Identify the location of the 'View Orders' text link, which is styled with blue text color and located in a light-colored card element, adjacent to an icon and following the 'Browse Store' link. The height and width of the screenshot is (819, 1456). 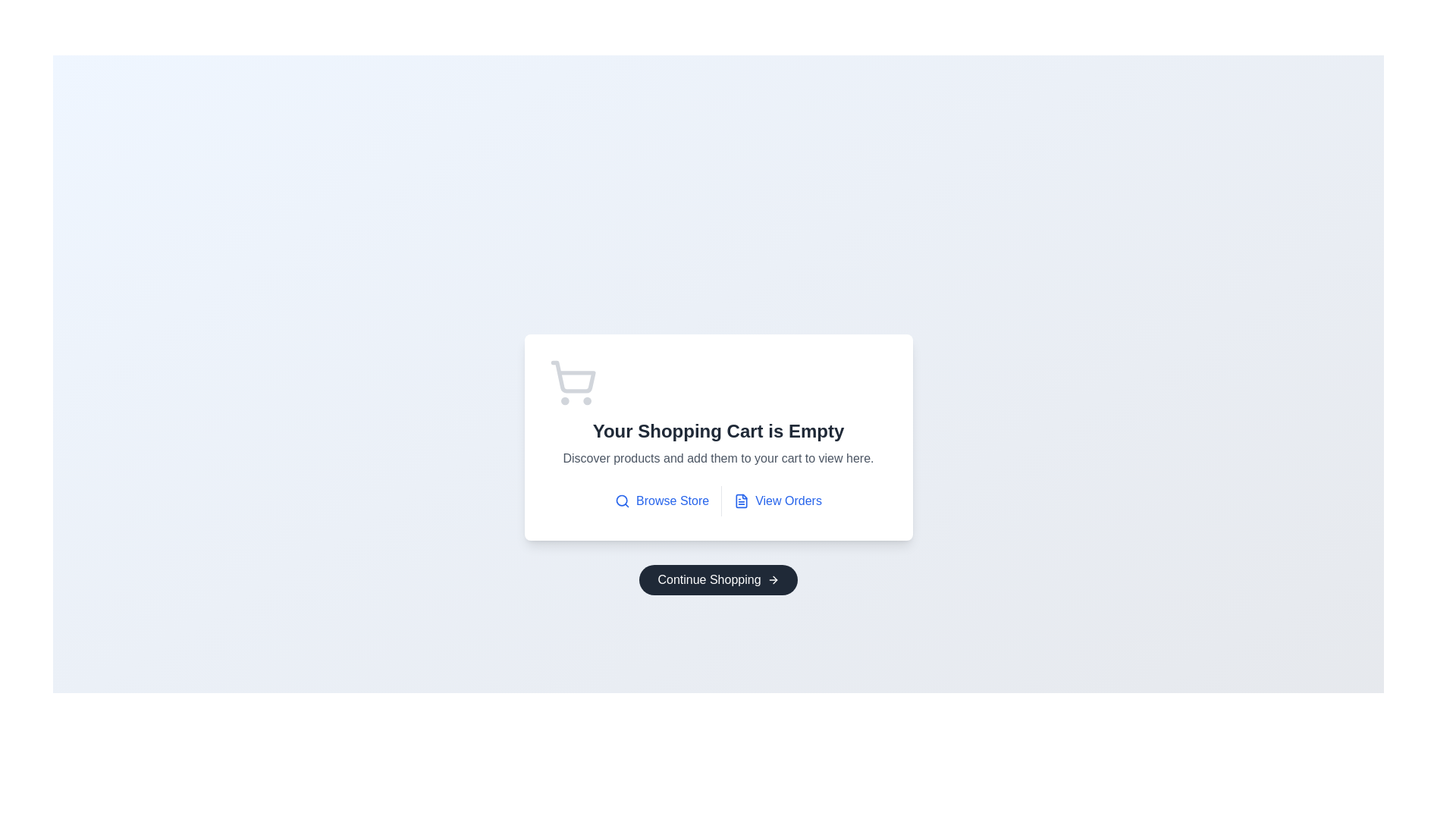
(789, 500).